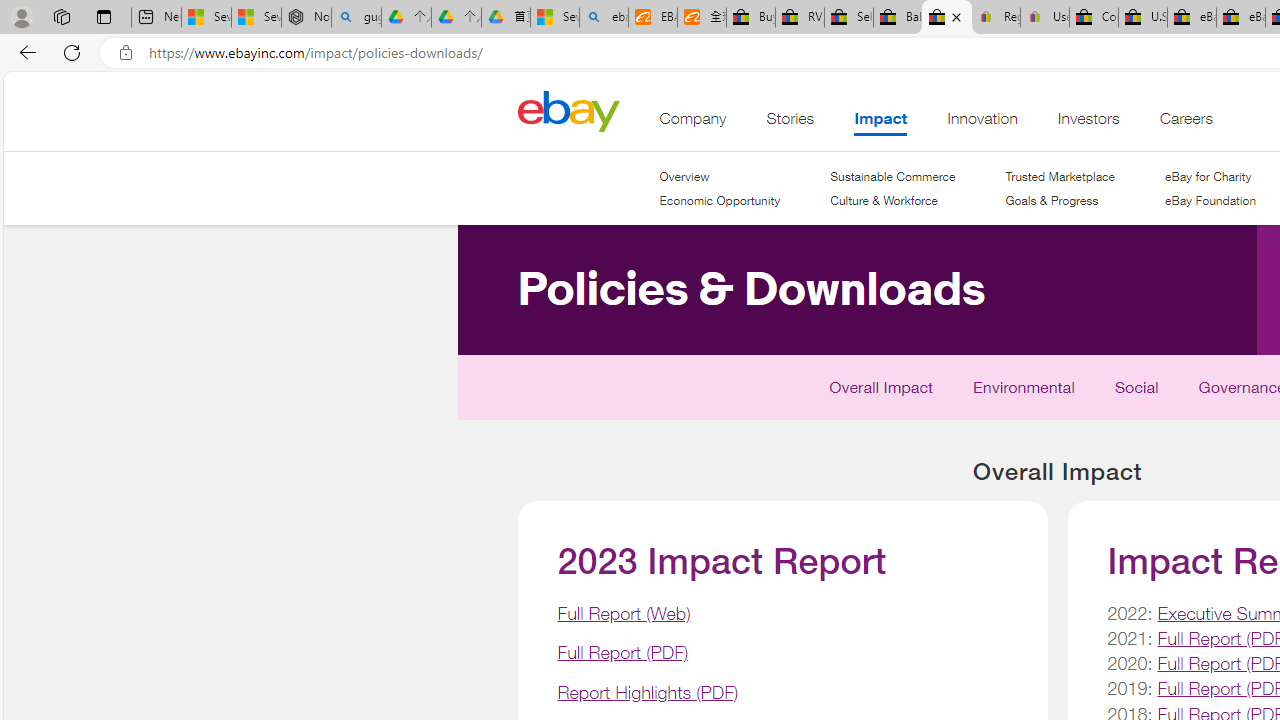 This screenshot has width=1280, height=720. Describe the element at coordinates (995, 17) in the screenshot. I see `'Register: Create a personal eBay account'` at that location.